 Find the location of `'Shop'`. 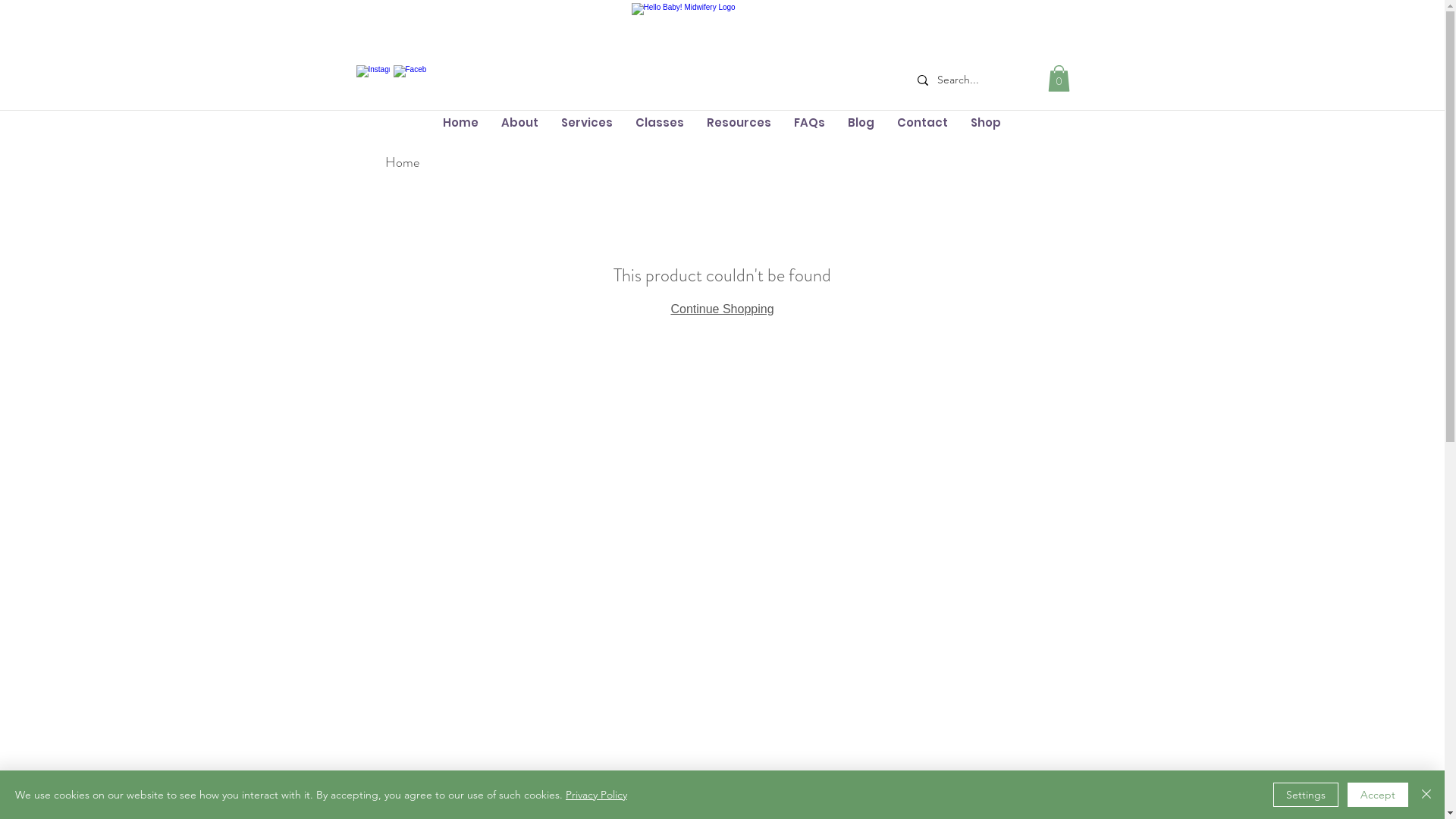

'Shop' is located at coordinates (985, 121).